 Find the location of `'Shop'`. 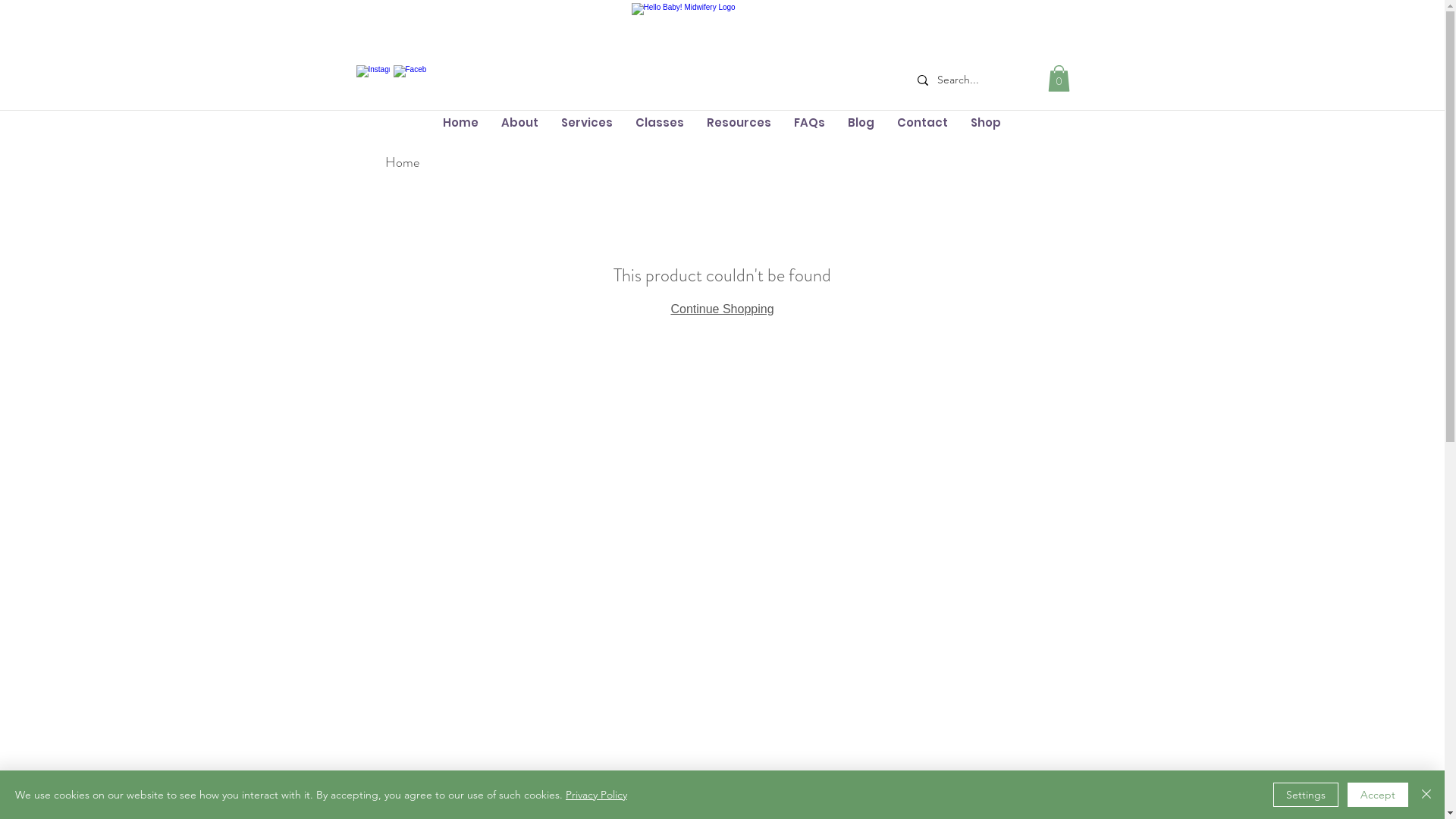

'Shop' is located at coordinates (985, 121).